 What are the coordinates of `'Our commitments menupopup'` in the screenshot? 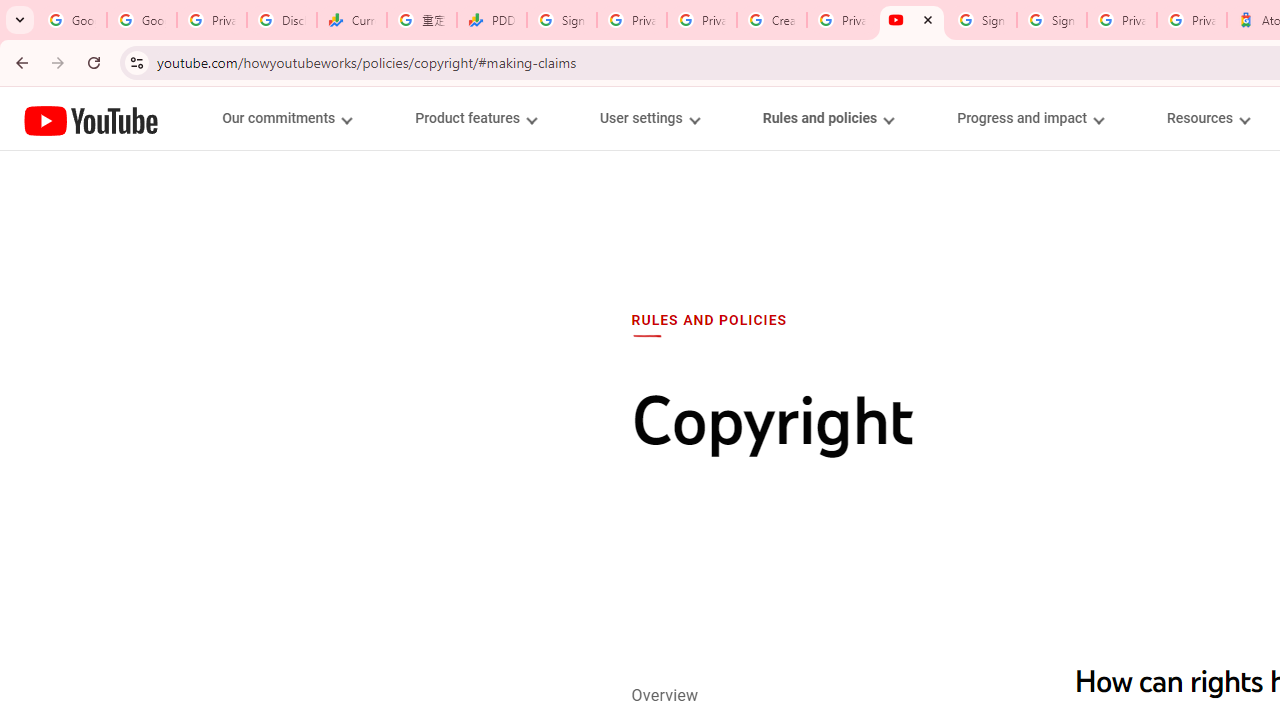 It's located at (285, 118).